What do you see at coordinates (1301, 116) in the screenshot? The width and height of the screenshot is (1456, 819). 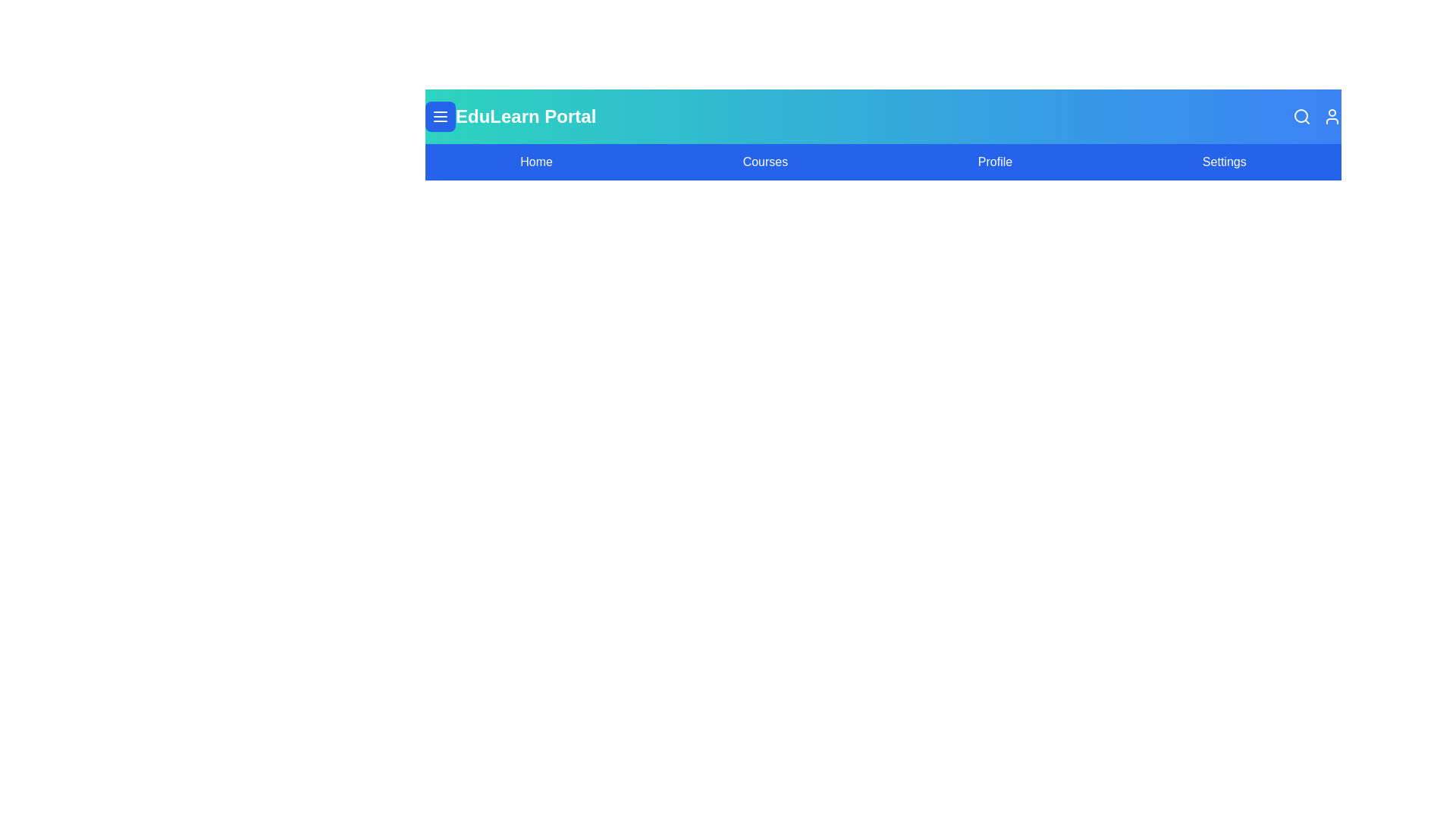 I see `the search icon to initiate a search` at bounding box center [1301, 116].